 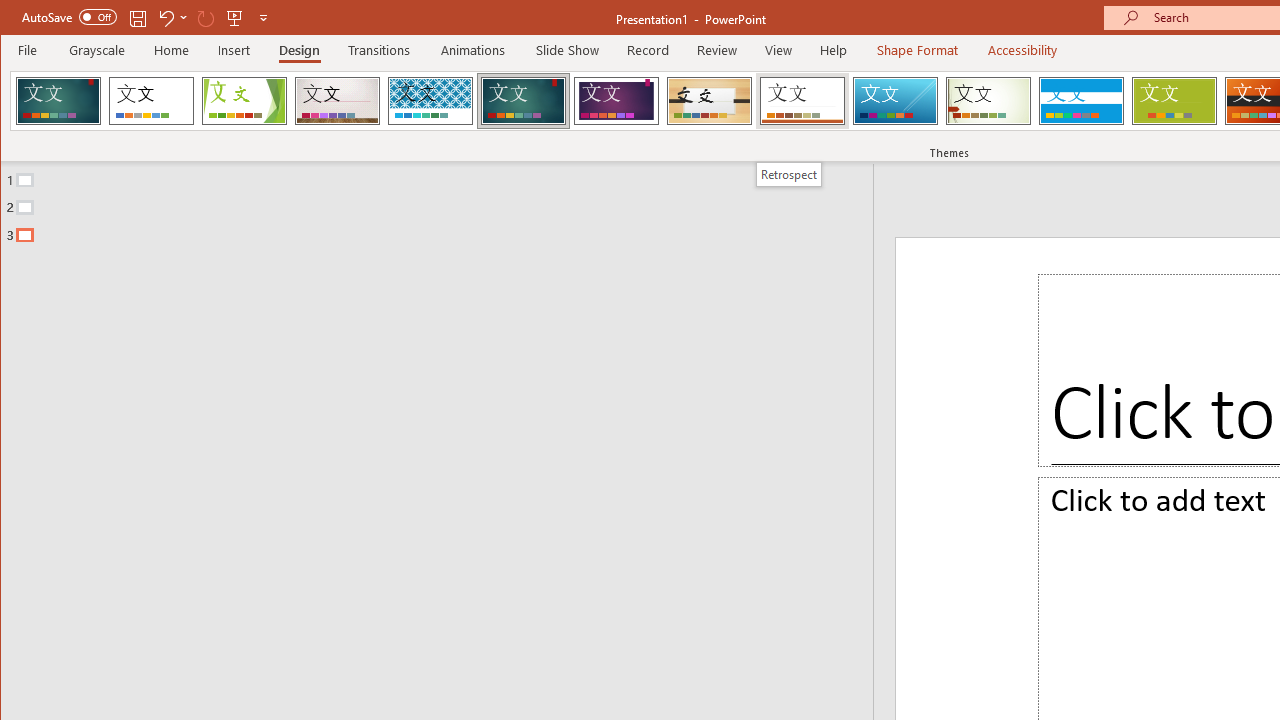 I want to click on 'Dividend', so click(x=58, y=100).